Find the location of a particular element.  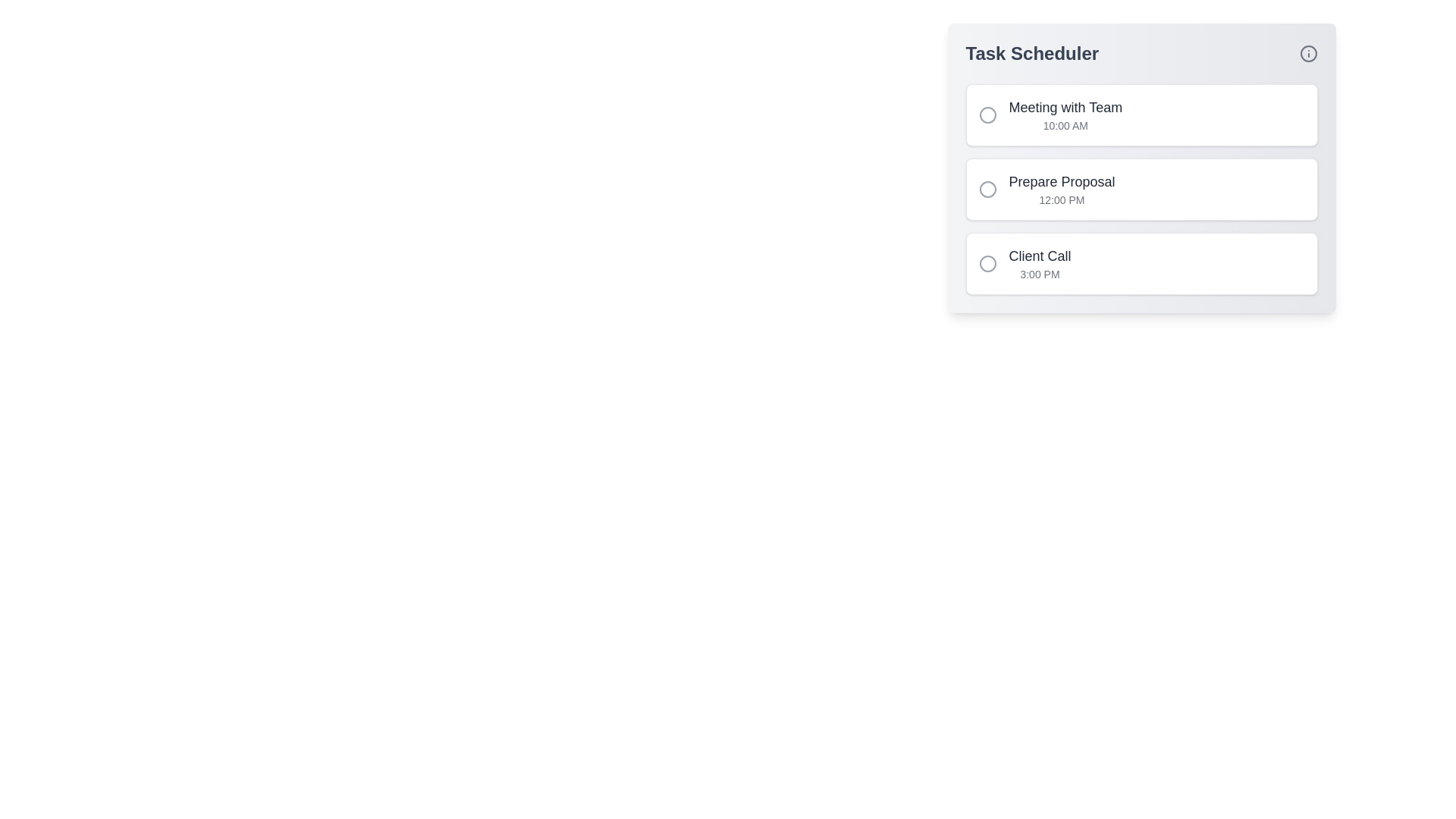

the task titled 'Meeting with Team' to trigger visual feedback is located at coordinates (1141, 114).